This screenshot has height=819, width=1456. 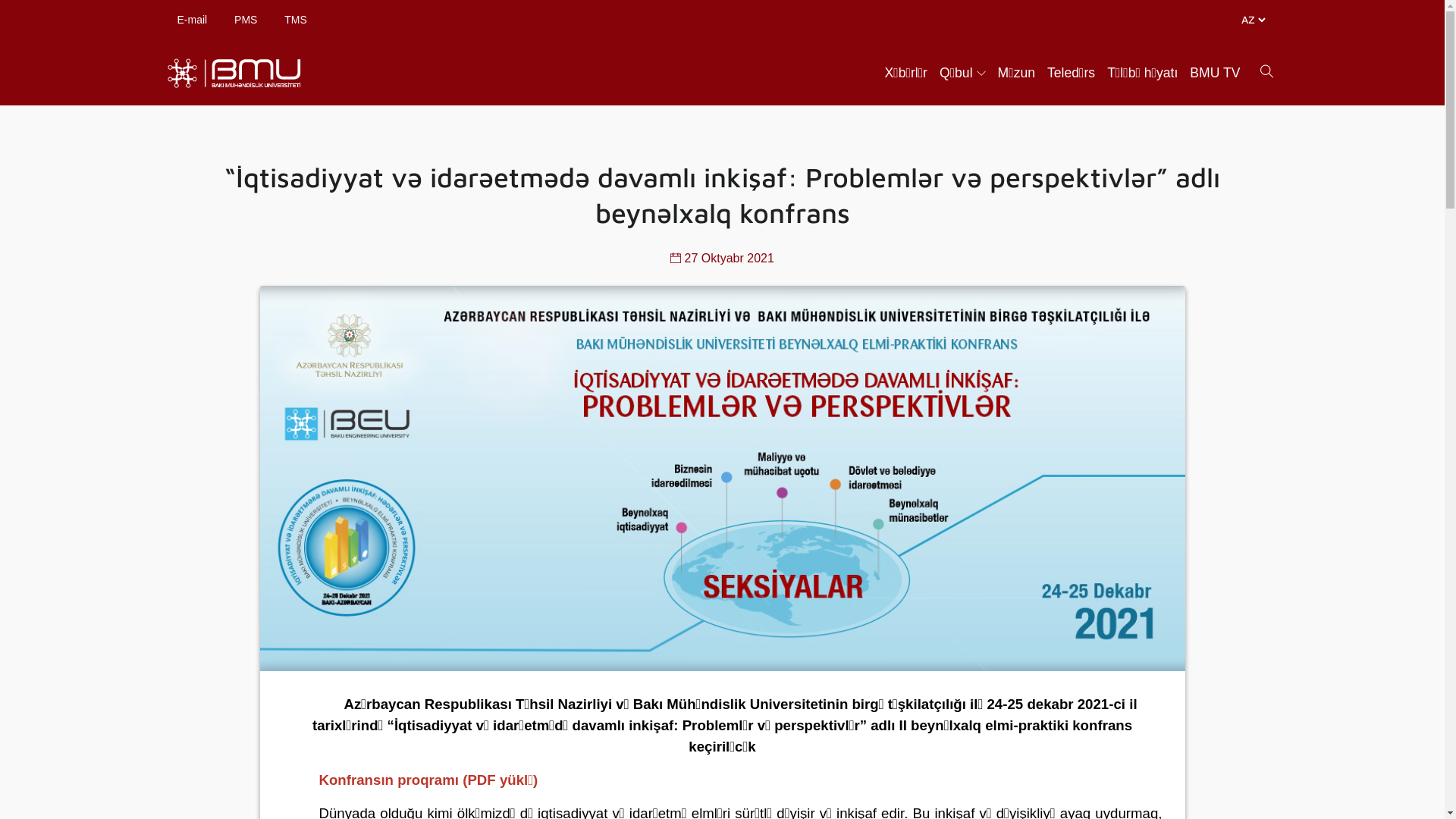 I want to click on 'BMU TV', so click(x=1215, y=73).